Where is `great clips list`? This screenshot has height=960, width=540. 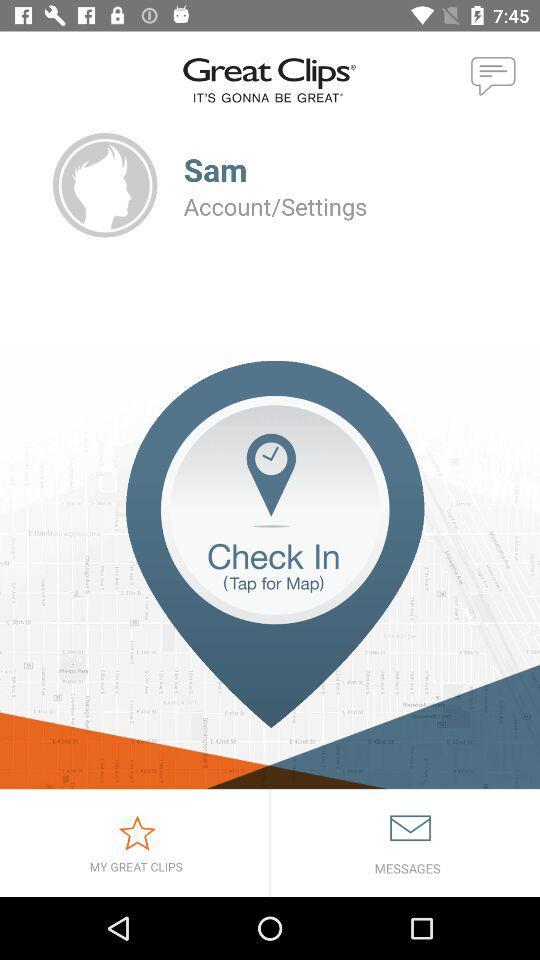
great clips list is located at coordinates (134, 842).